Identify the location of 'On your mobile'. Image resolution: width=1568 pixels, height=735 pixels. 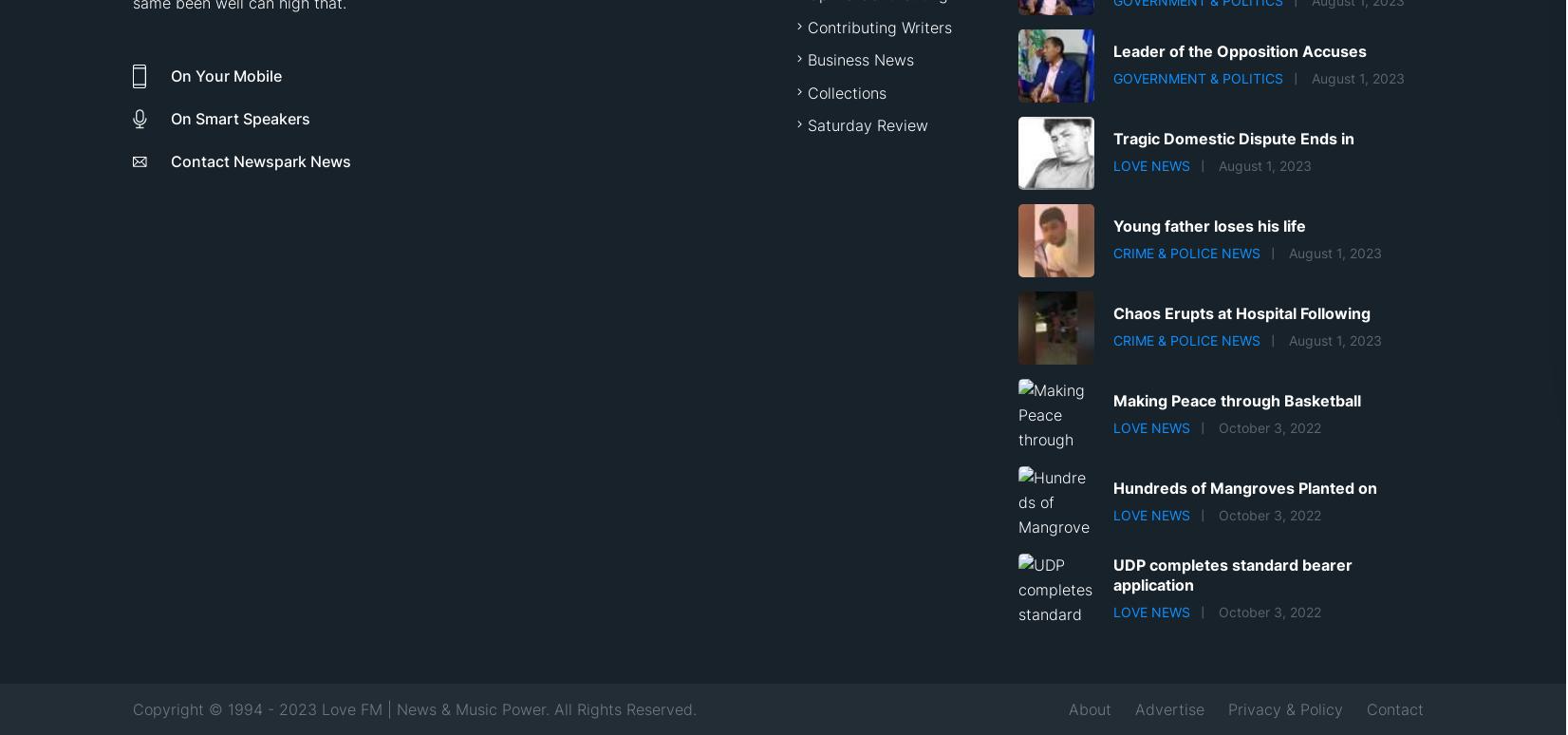
(226, 76).